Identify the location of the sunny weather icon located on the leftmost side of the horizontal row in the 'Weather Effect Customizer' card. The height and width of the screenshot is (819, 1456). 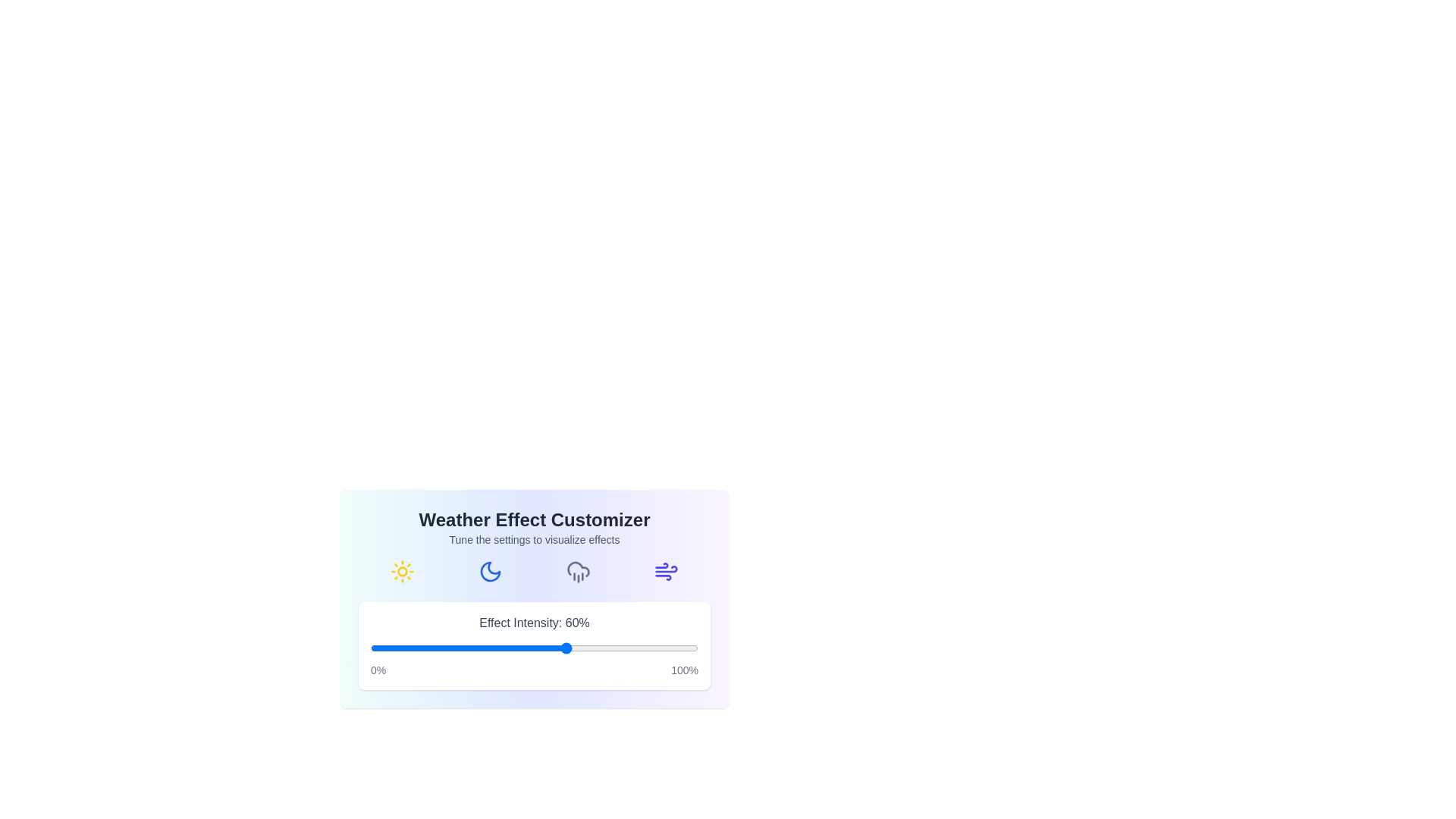
(403, 571).